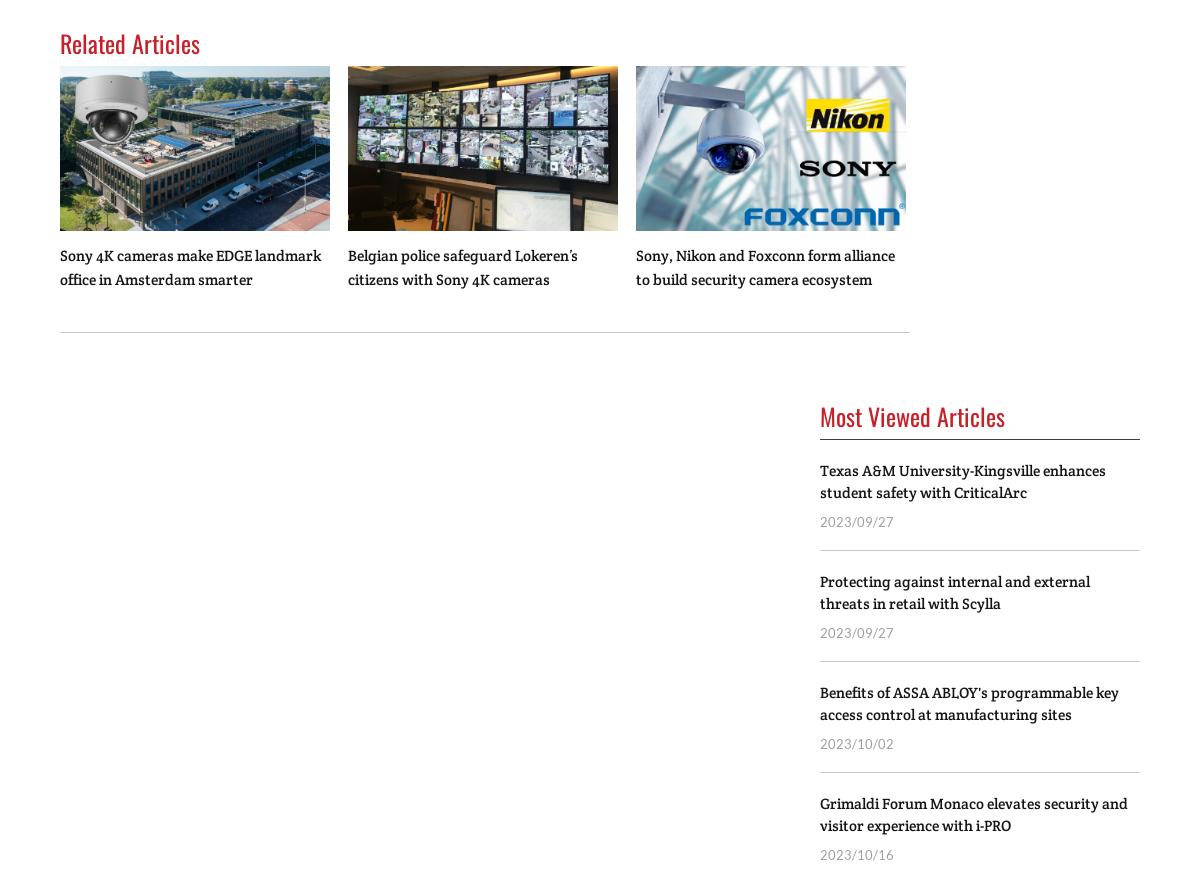 This screenshot has height=872, width=1200. Describe the element at coordinates (818, 814) in the screenshot. I see `'Grimaldi Forum Monaco elevates security and visitor experience with i-PRO'` at that location.